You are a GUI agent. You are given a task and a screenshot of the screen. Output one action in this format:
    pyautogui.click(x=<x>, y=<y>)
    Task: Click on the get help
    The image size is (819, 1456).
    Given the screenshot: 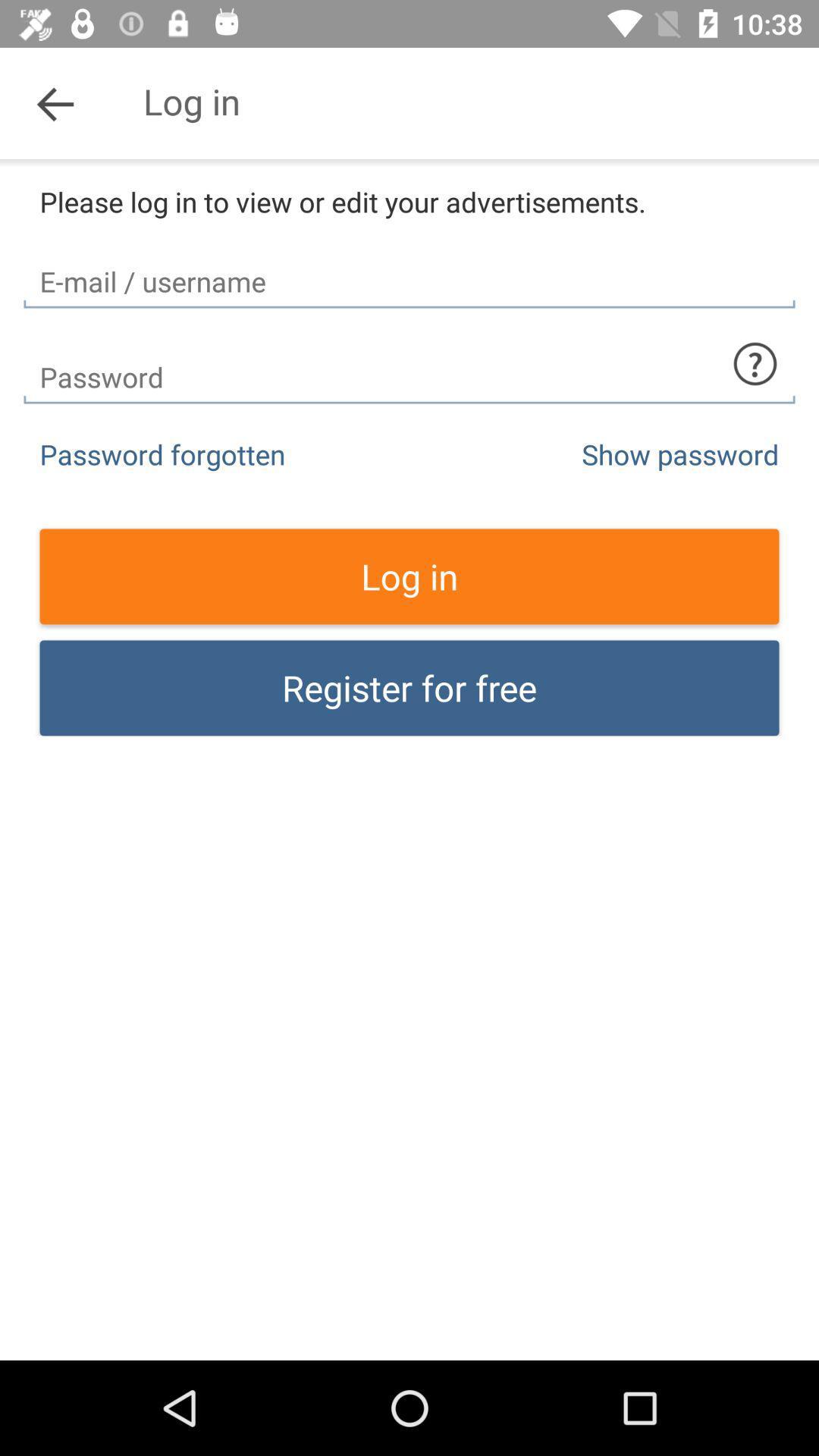 What is the action you would take?
    pyautogui.click(x=755, y=364)
    